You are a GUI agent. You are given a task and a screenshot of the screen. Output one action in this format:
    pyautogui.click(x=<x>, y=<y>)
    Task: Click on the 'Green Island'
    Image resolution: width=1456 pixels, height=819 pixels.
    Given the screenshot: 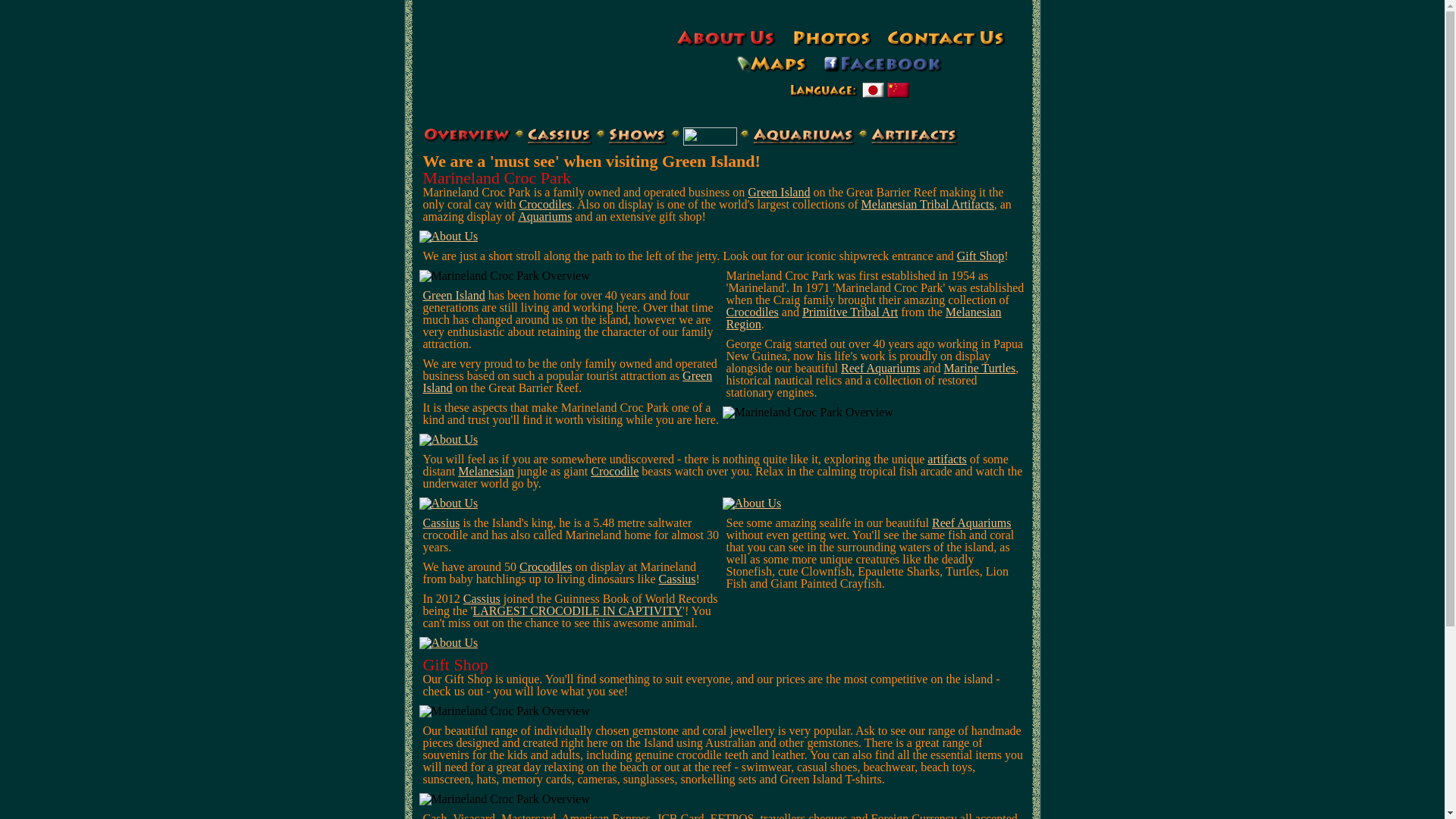 What is the action you would take?
    pyautogui.click(x=453, y=295)
    